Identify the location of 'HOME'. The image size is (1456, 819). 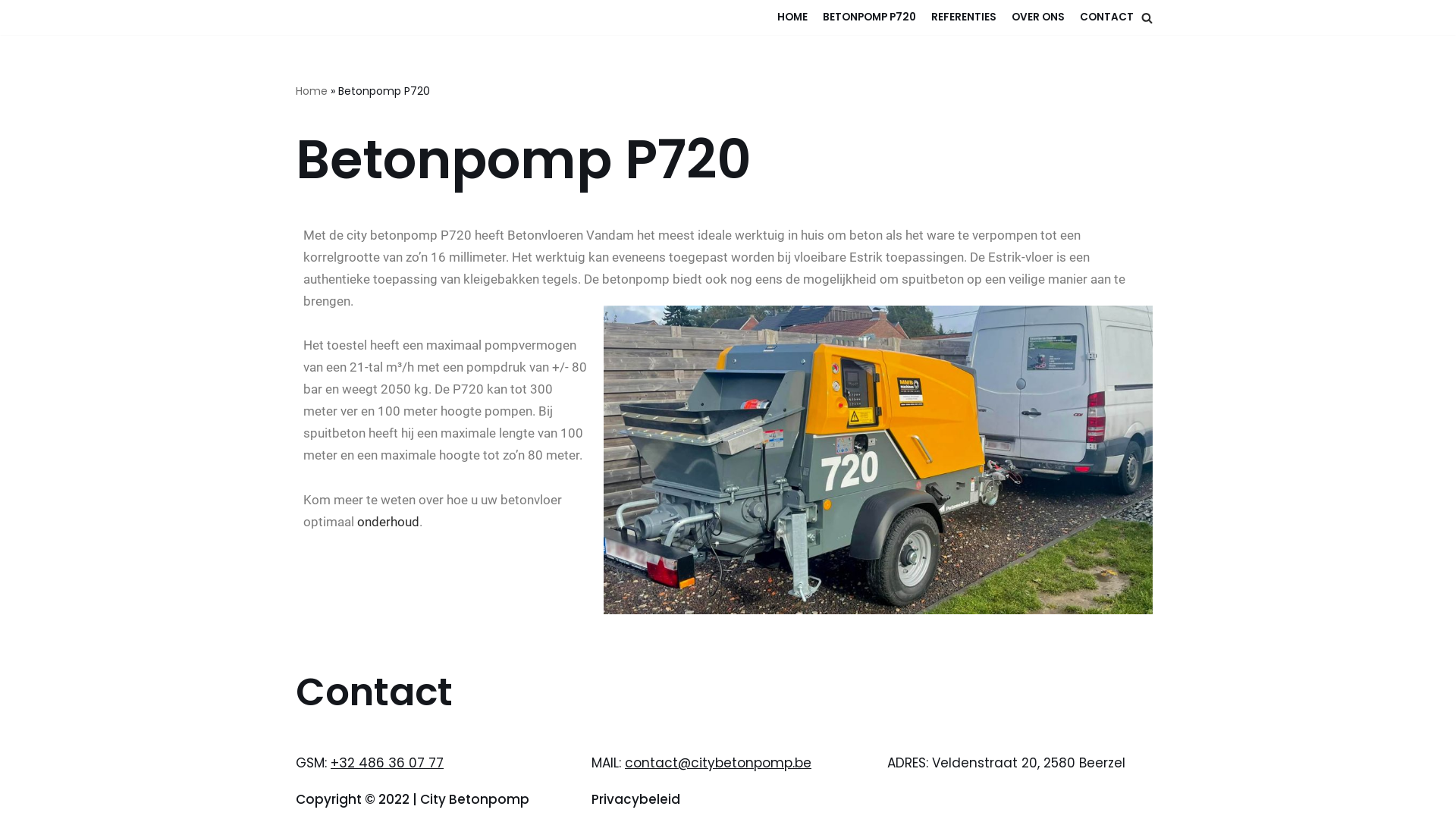
(792, 17).